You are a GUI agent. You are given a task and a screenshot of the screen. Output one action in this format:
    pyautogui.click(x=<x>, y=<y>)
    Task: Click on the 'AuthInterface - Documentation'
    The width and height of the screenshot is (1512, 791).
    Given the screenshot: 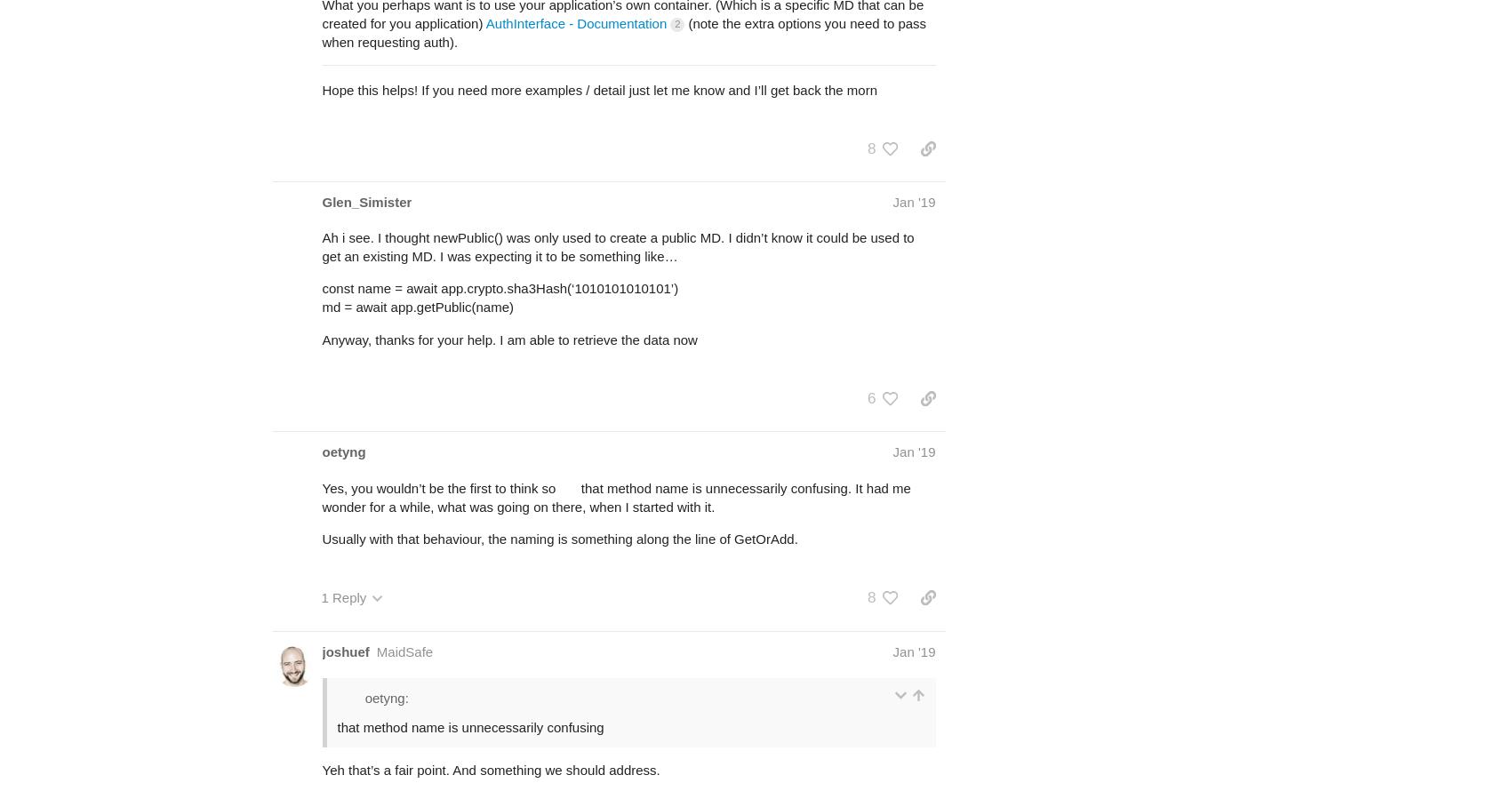 What is the action you would take?
    pyautogui.click(x=575, y=23)
    